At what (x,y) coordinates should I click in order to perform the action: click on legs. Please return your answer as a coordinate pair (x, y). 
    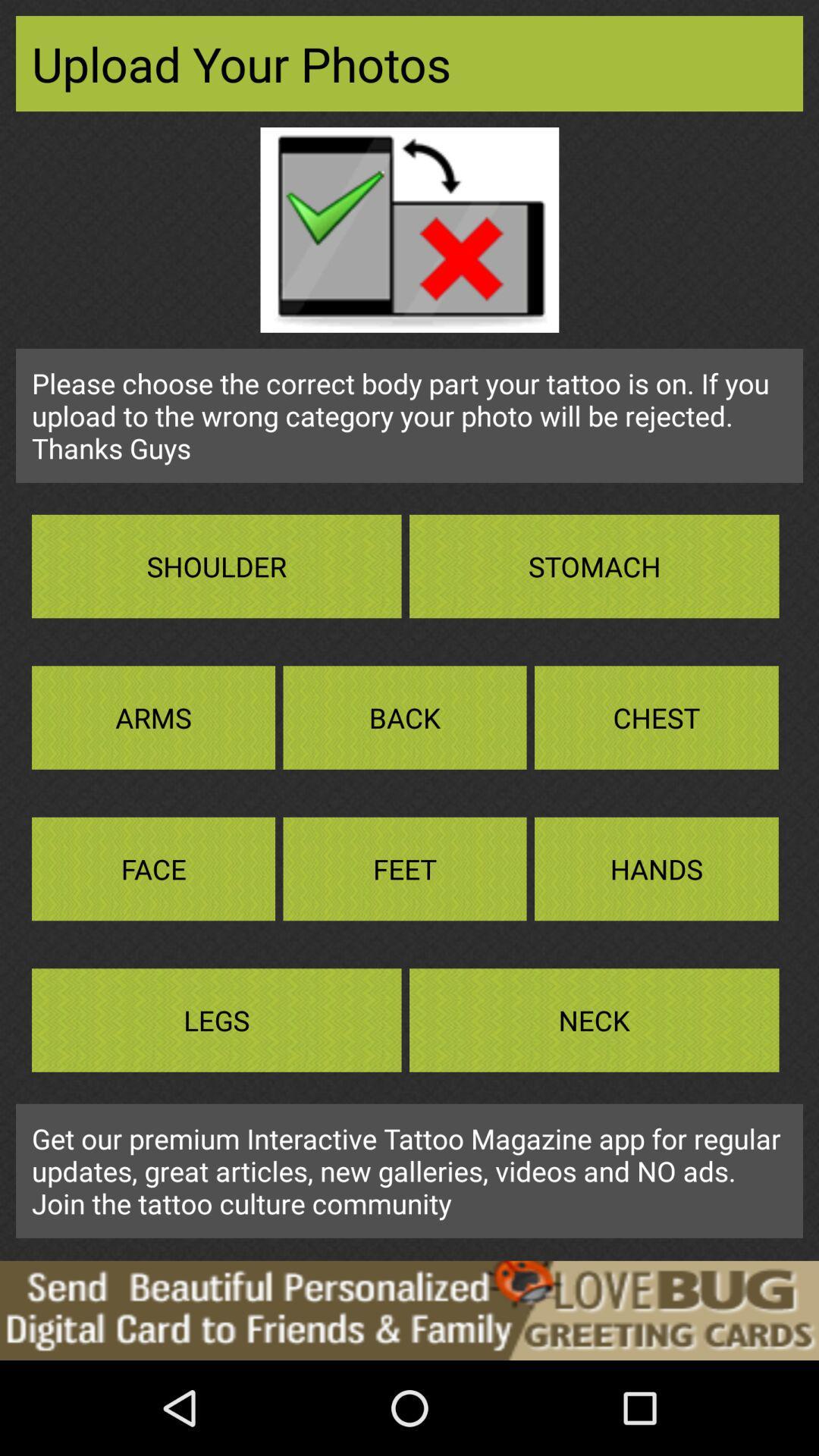
    Looking at the image, I should click on (216, 1020).